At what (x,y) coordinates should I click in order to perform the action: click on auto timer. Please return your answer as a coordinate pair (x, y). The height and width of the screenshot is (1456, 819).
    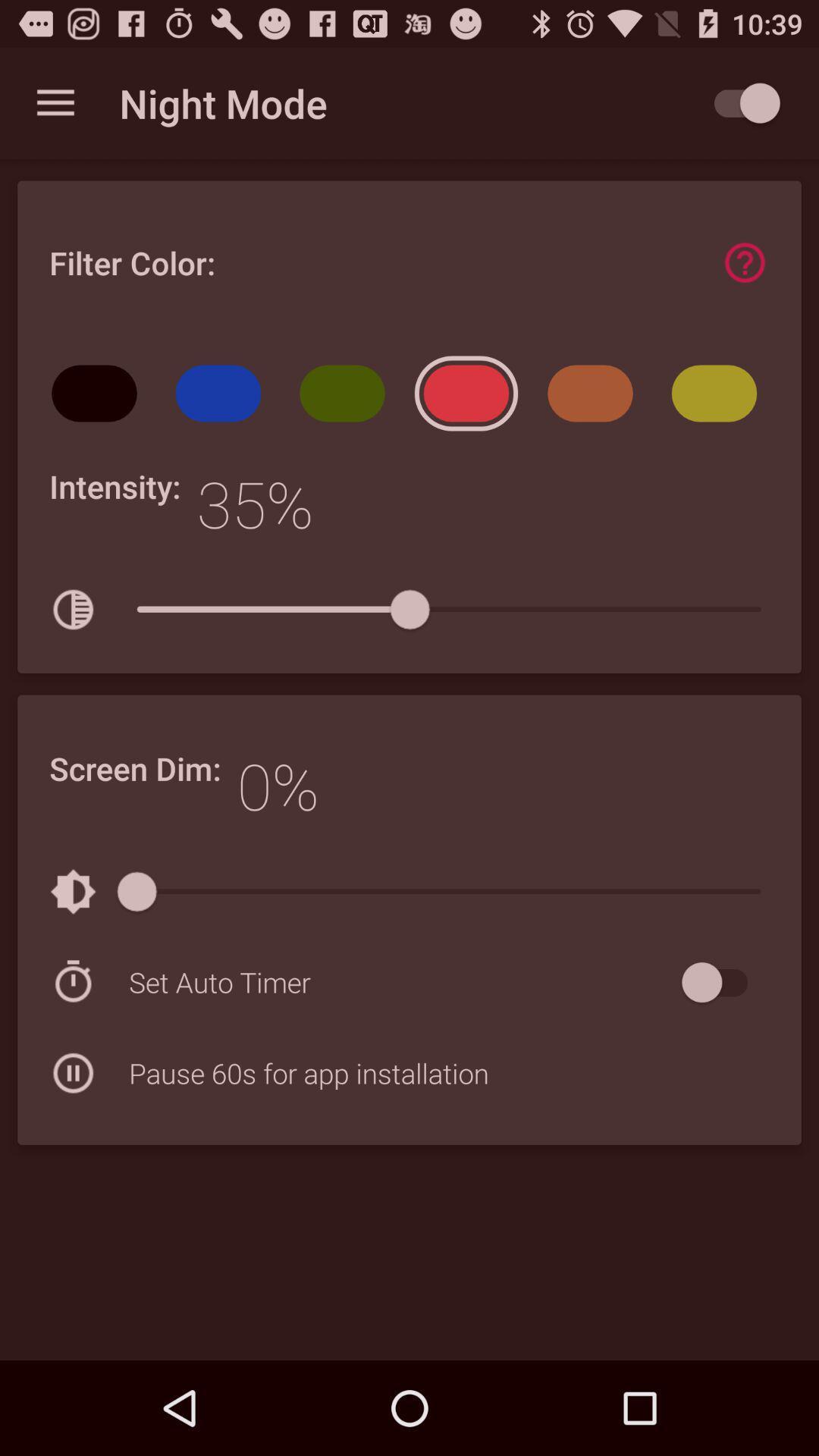
    Looking at the image, I should click on (721, 982).